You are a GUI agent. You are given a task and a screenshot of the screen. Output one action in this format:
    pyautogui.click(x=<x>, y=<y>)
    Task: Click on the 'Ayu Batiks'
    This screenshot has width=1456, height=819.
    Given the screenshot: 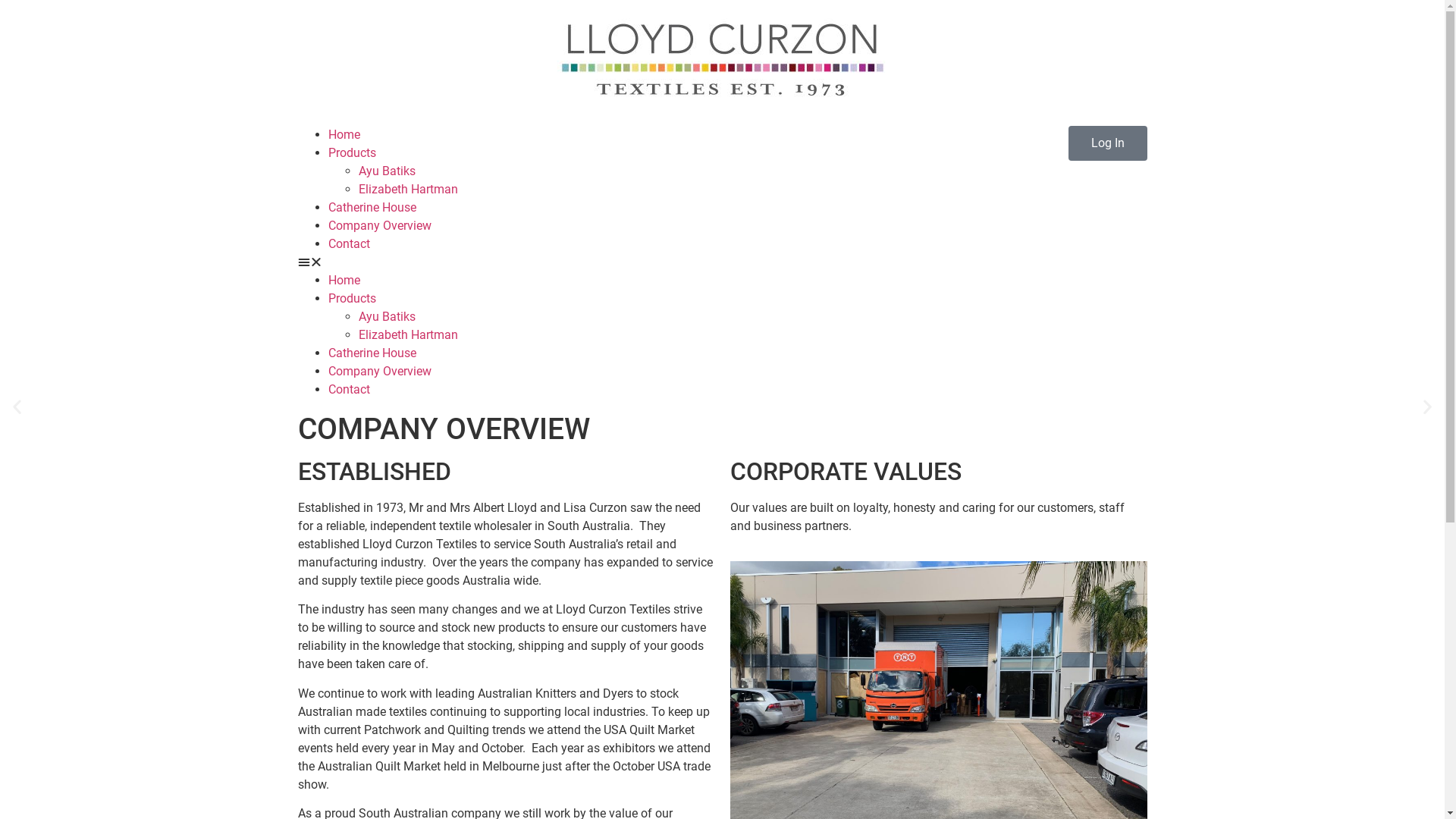 What is the action you would take?
    pyautogui.click(x=386, y=171)
    